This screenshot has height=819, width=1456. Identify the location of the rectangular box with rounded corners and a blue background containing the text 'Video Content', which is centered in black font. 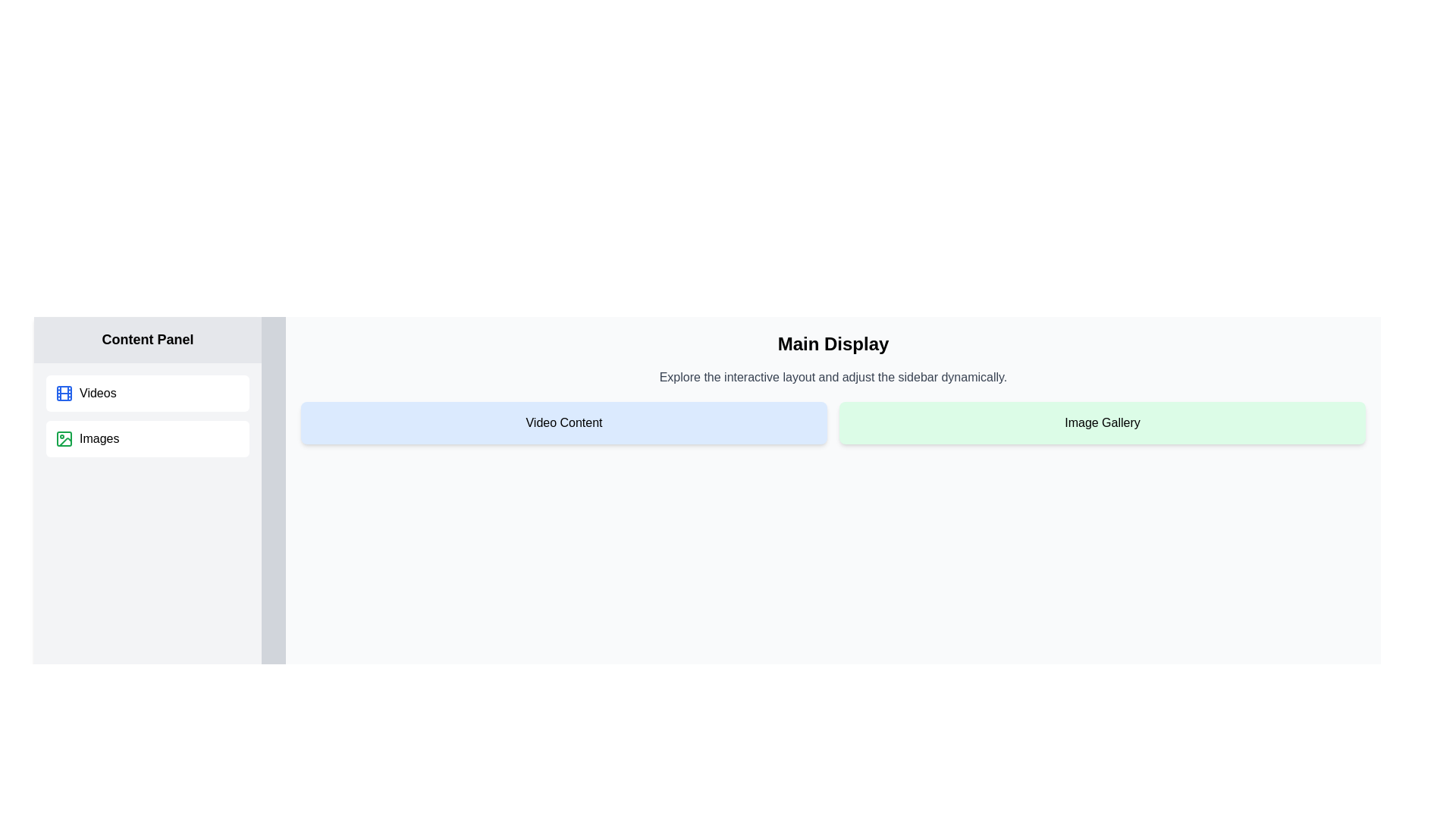
(563, 423).